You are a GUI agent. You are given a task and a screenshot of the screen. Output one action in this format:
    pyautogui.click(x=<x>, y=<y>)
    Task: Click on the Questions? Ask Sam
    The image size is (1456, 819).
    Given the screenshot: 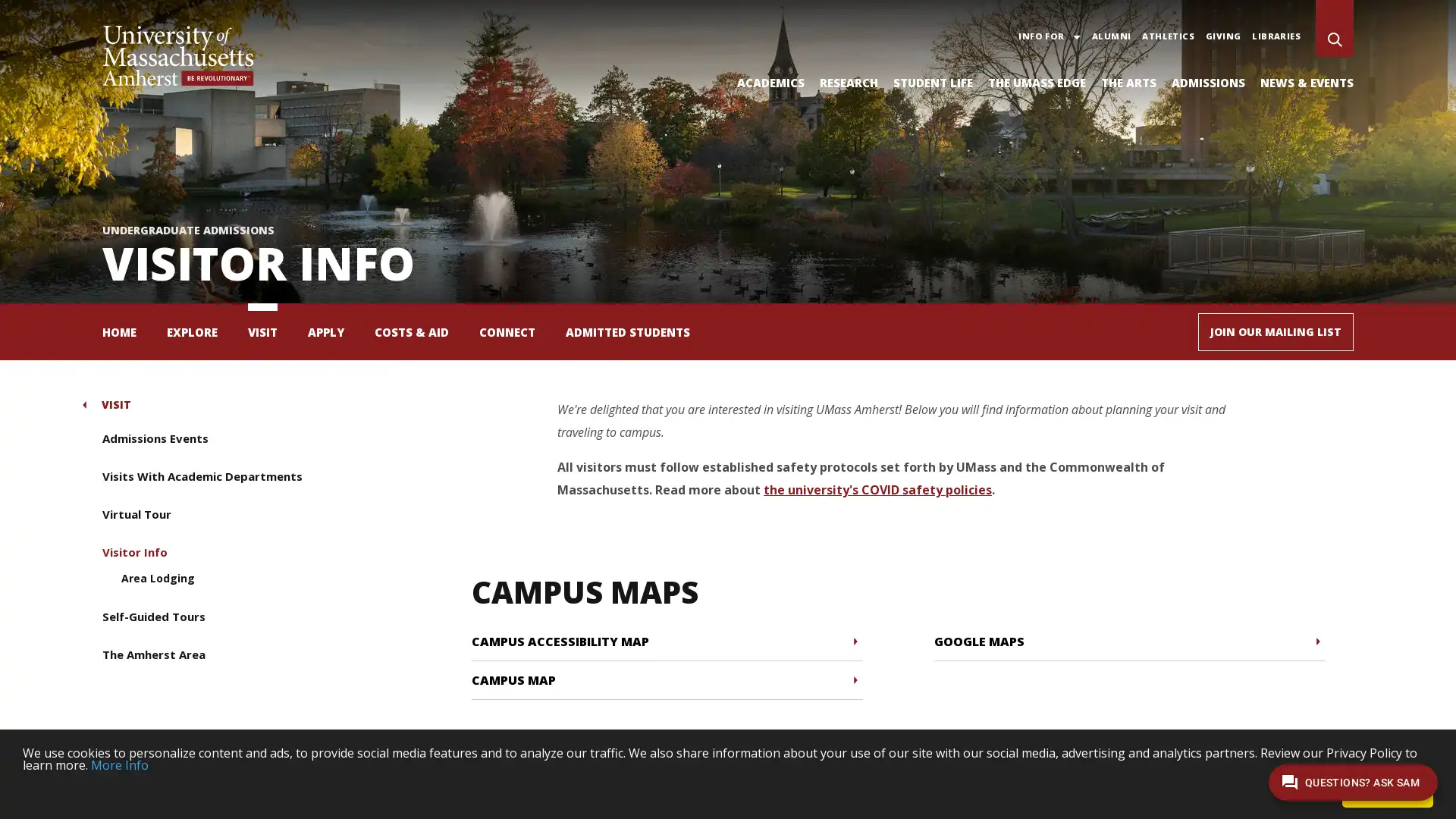 What is the action you would take?
    pyautogui.click(x=1353, y=782)
    